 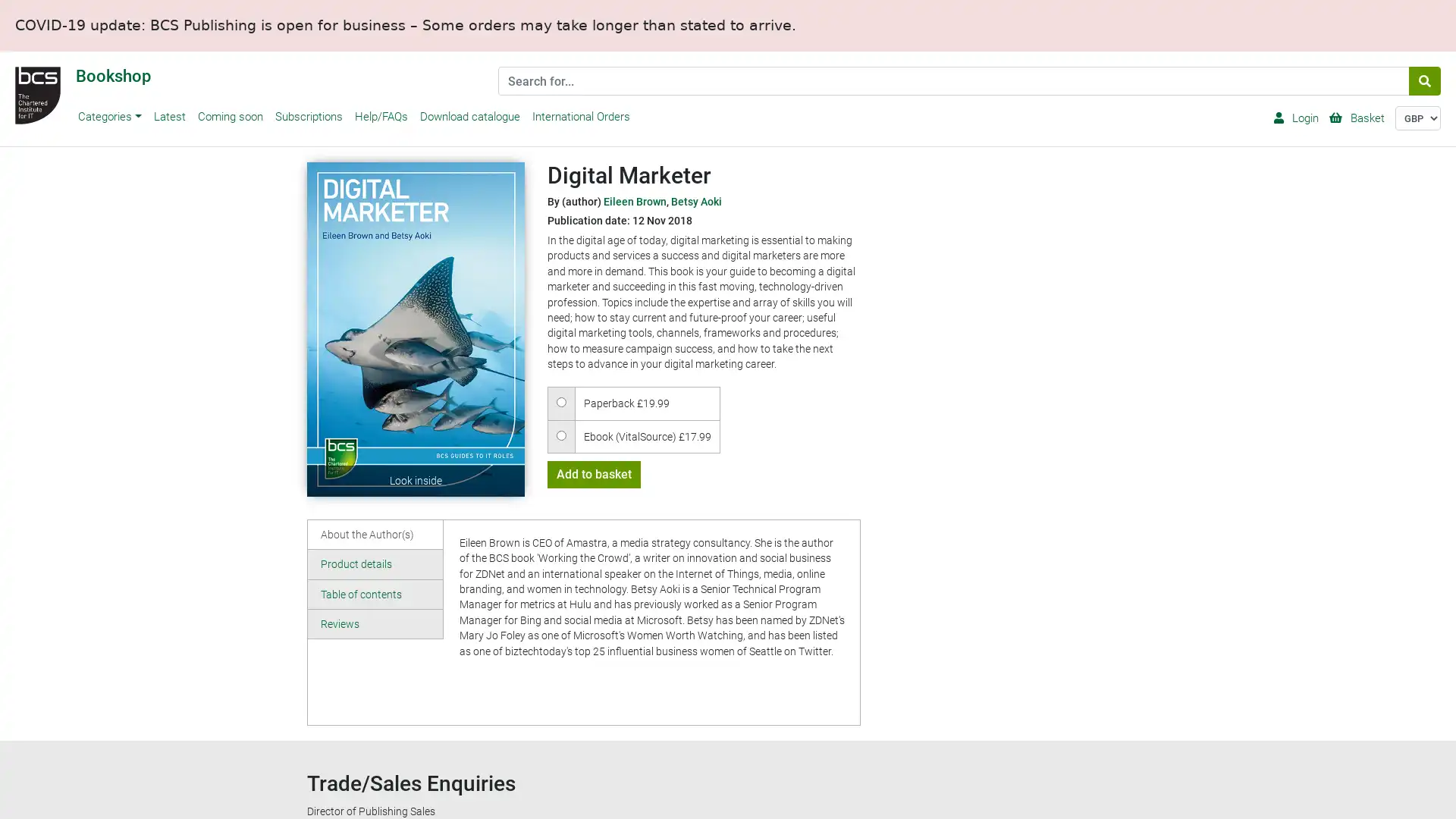 What do you see at coordinates (592, 473) in the screenshot?
I see `Add to basket` at bounding box center [592, 473].